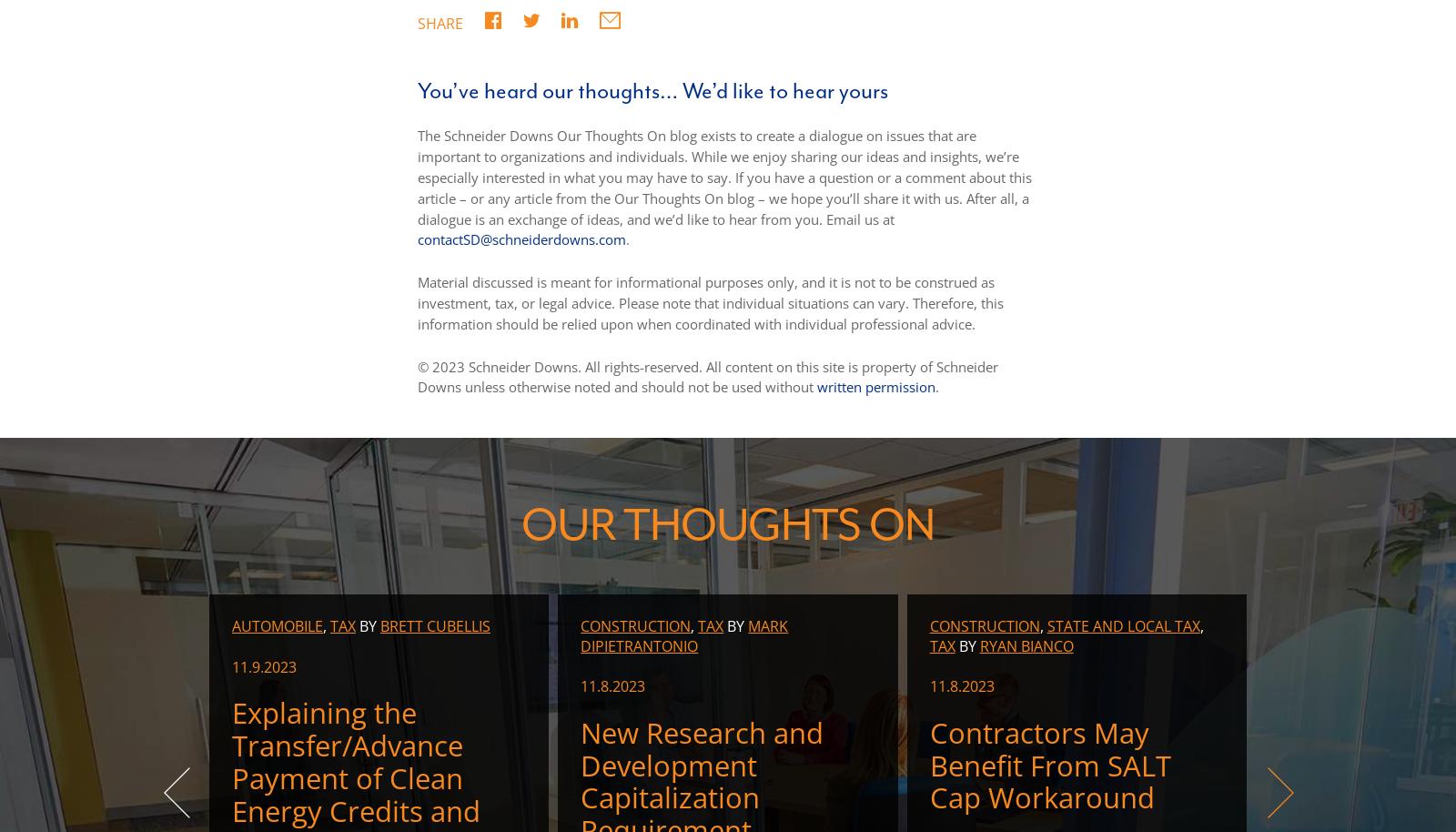 The image size is (1456, 832). Describe the element at coordinates (416, 301) in the screenshot. I see `'Material discussed is meant for informational purposes only, and it is not to be construed as investment, tax, or legal advice. Please note that individual situations can vary. Therefore, this information should be relied upon when coordinated with individual professional advice.'` at that location.